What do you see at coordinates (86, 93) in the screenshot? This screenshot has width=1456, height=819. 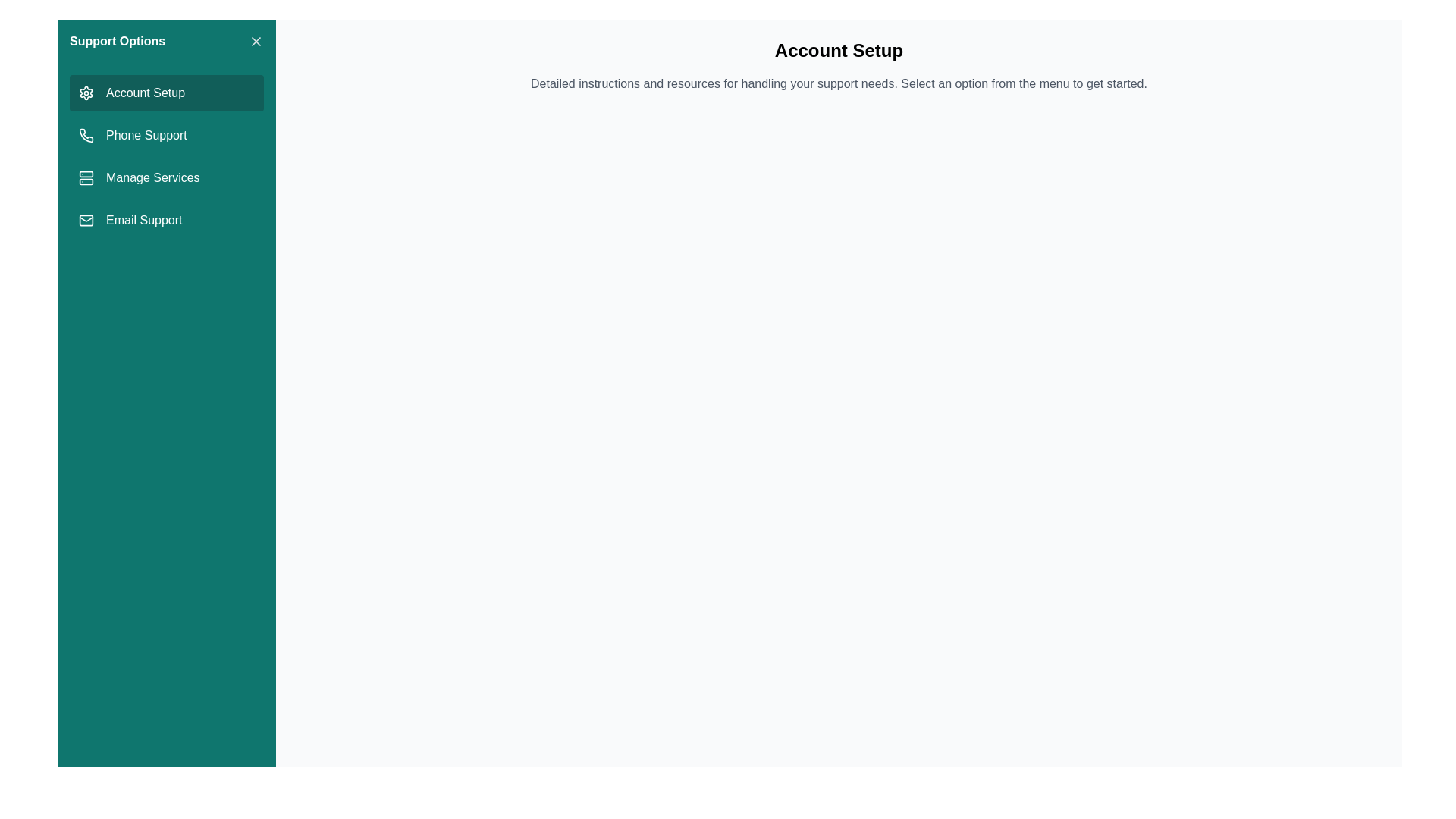 I see `the cogwheel icon with a green background in the left navigation menu, next to the 'Account Setup' text` at bounding box center [86, 93].